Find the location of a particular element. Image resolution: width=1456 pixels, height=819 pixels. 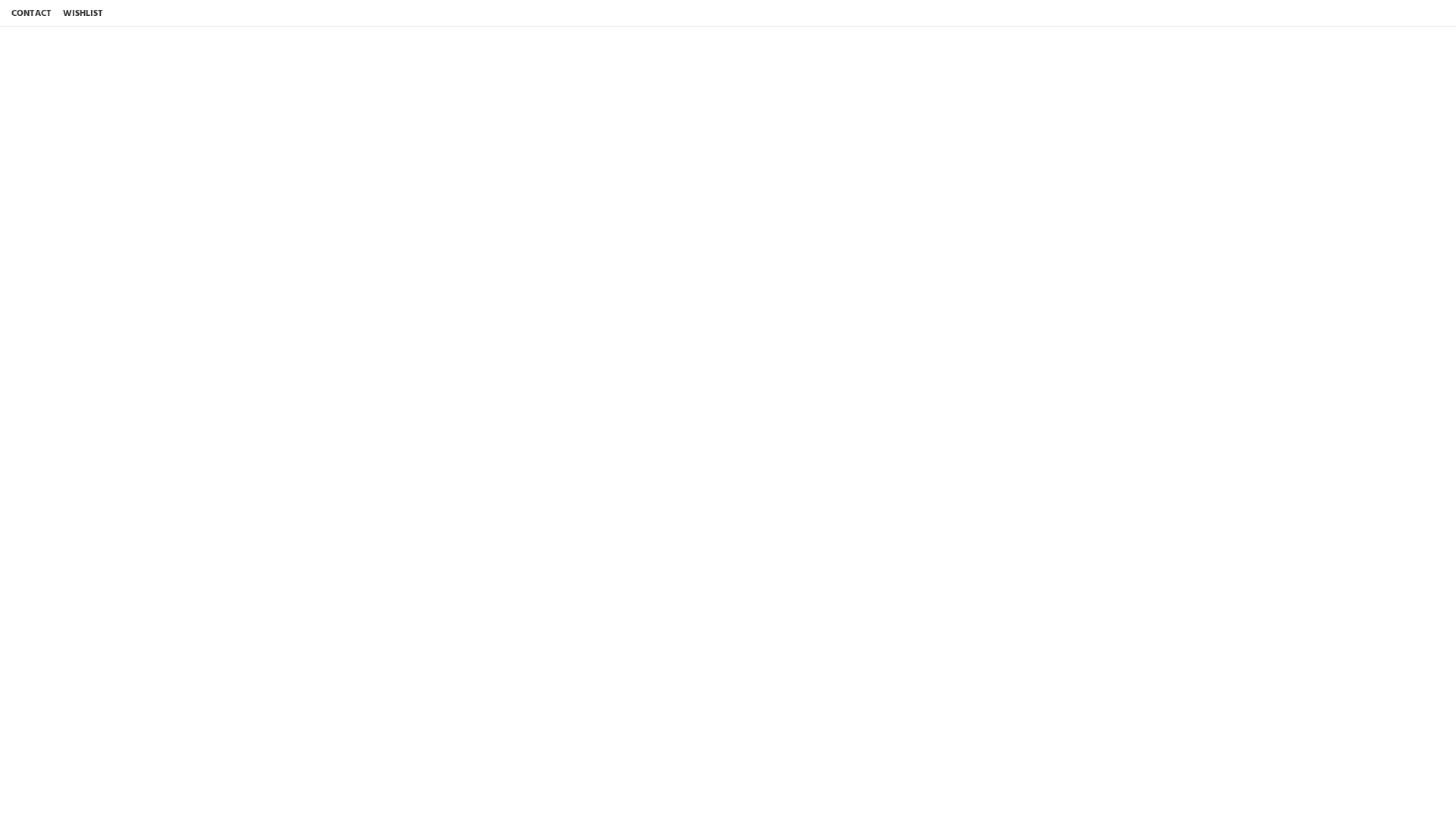

'CONTACT' is located at coordinates (31, 13).